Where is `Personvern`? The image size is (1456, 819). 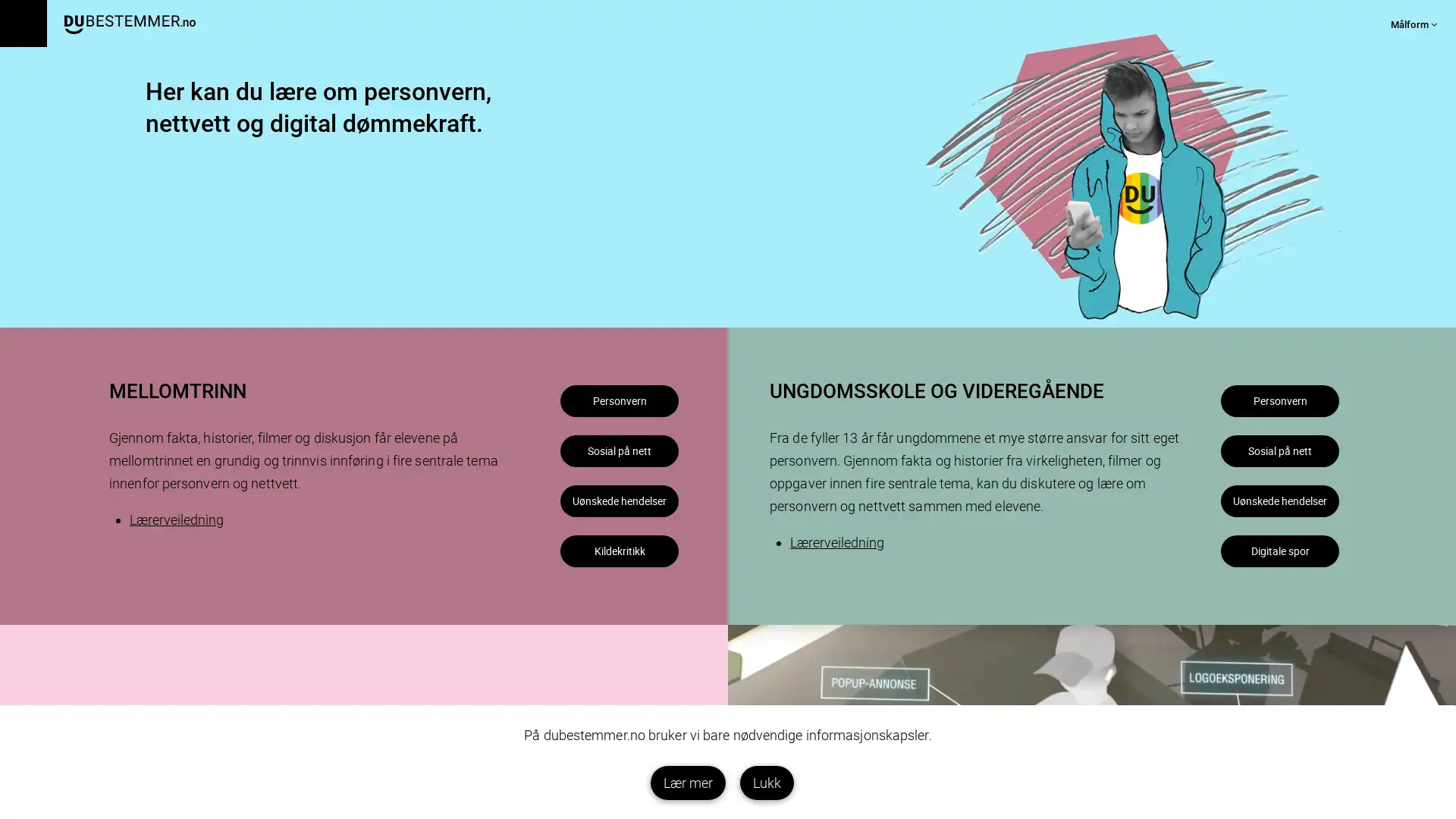
Personvern is located at coordinates (1227, 409).